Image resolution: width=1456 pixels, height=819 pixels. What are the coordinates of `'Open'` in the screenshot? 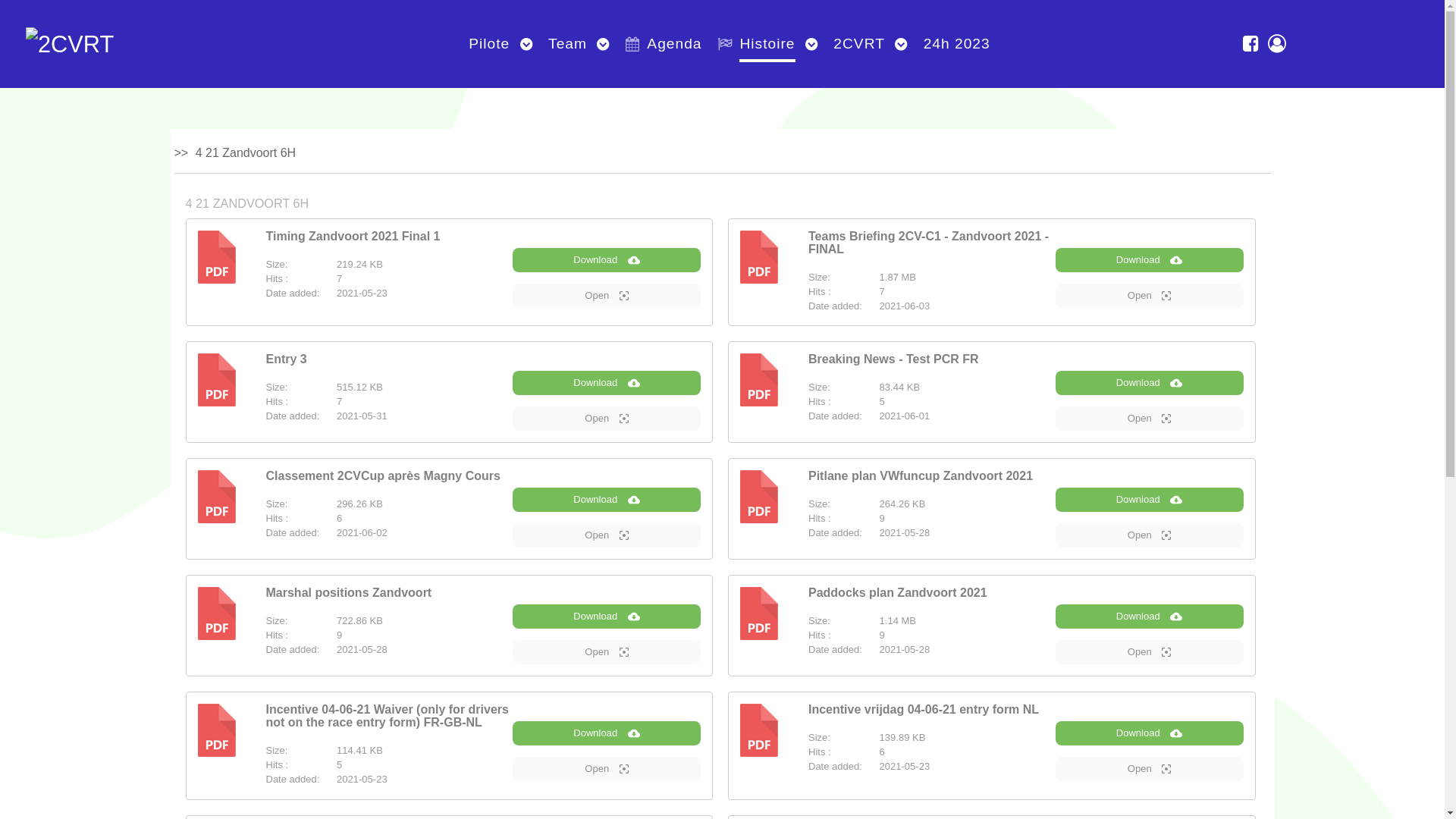 It's located at (607, 651).